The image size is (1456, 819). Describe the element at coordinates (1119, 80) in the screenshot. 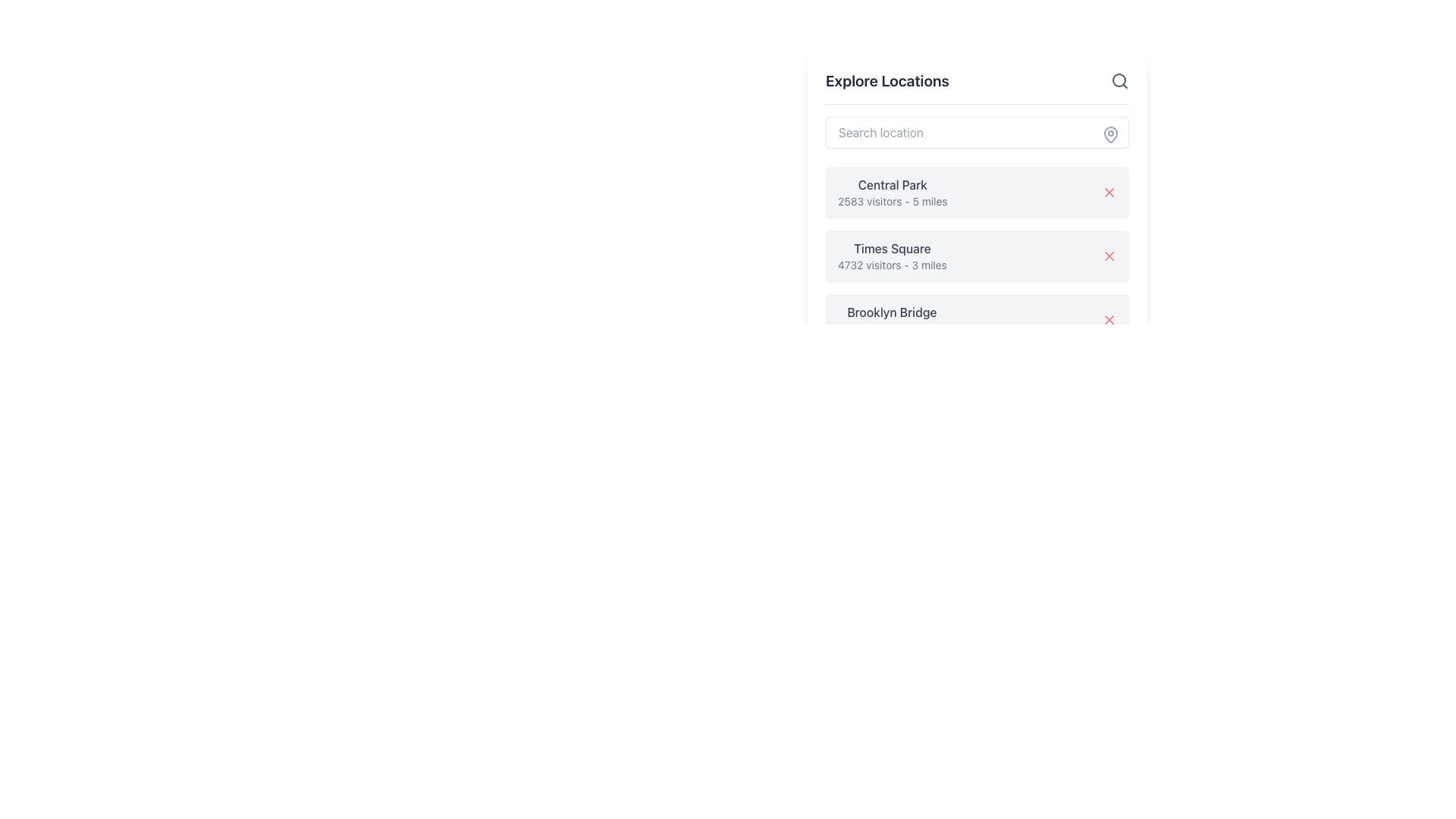

I see `the SVG circle that is part of the search icon located to the right of the 'Search location' text field` at that location.